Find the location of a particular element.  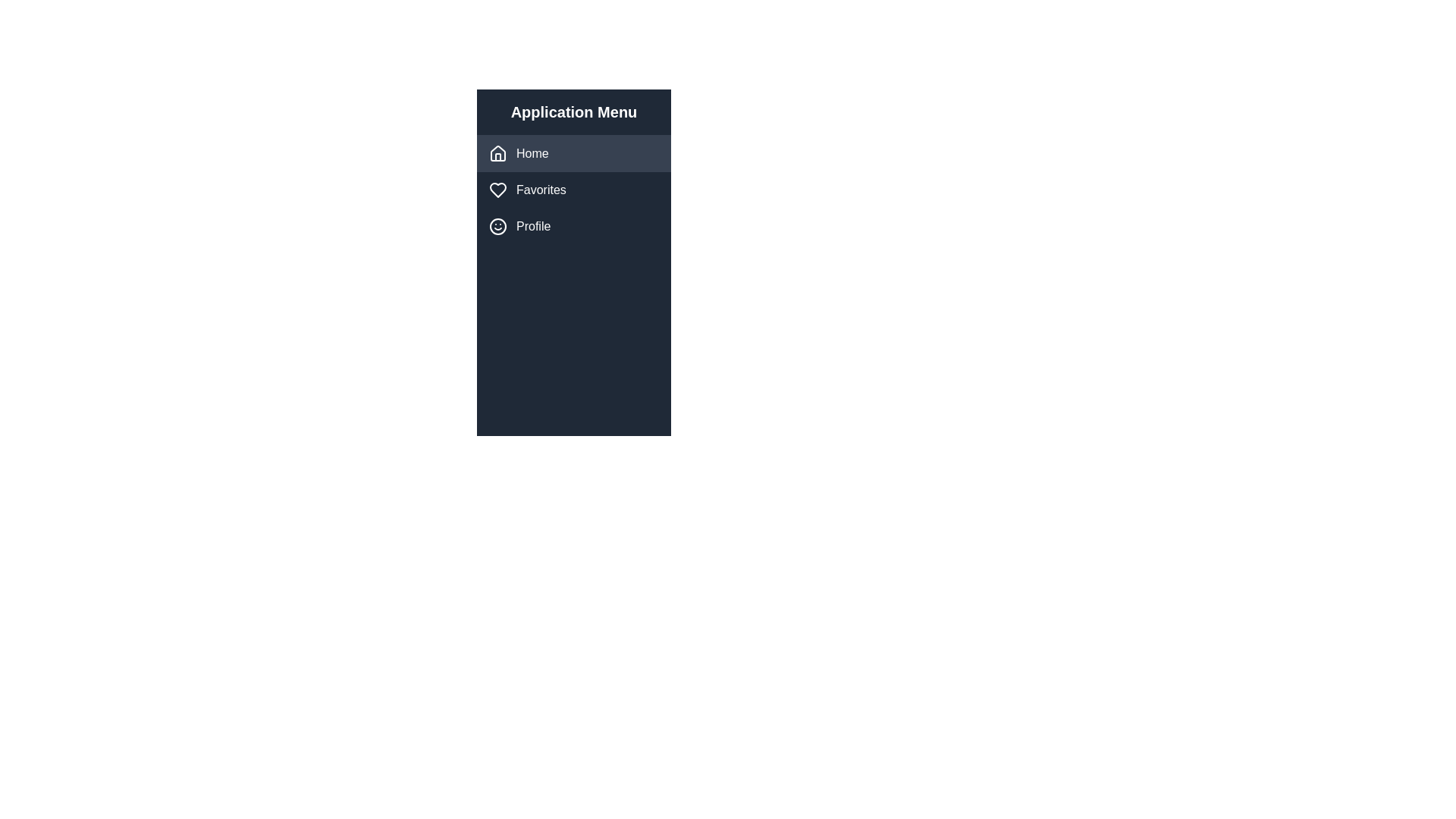

the heart-shaped icon in the vertical menu adjacent to 'Favorites' is located at coordinates (498, 189).